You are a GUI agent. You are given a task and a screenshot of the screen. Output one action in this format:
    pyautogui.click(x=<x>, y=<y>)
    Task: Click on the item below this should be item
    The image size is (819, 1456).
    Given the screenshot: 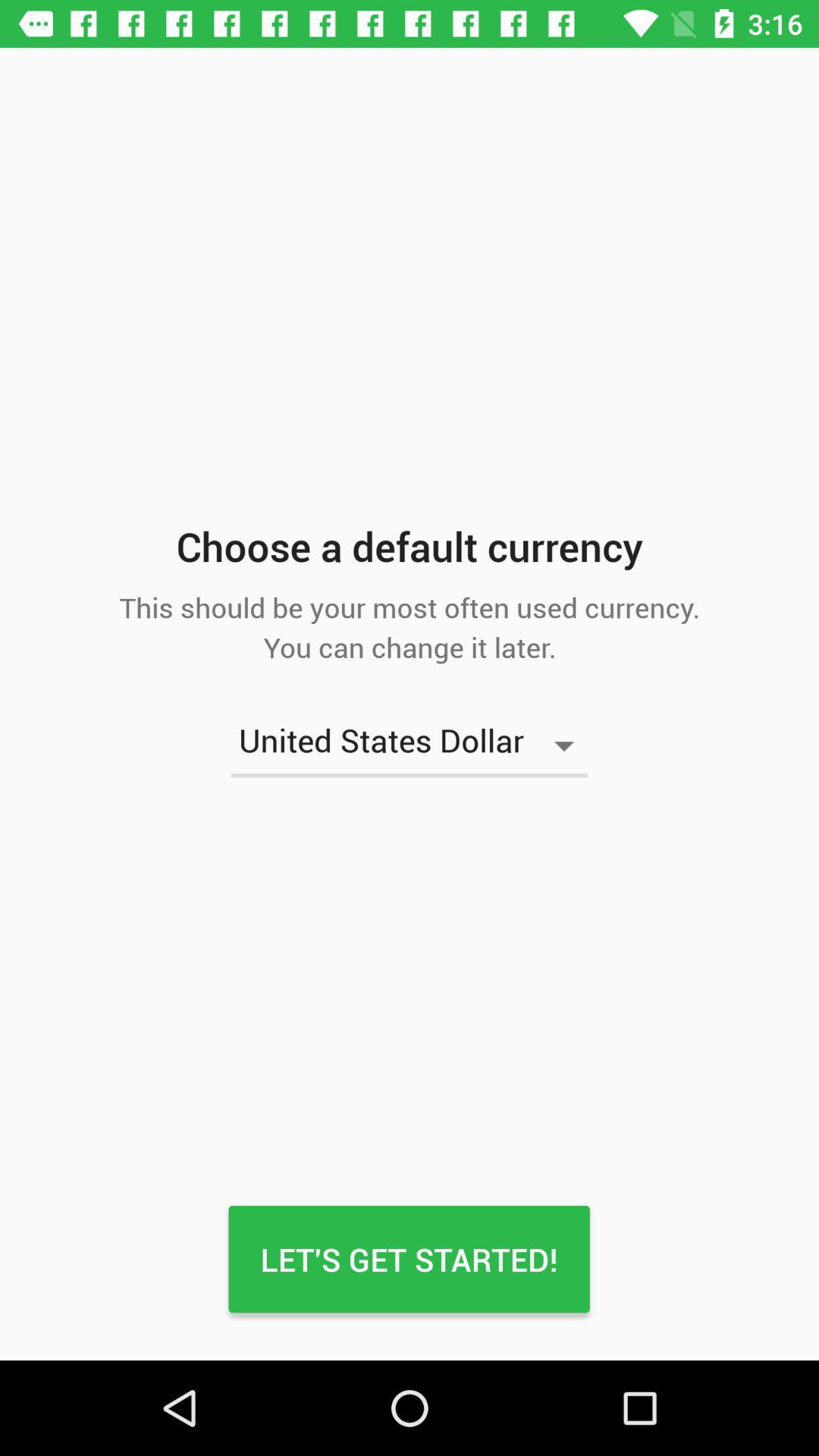 What is the action you would take?
    pyautogui.click(x=409, y=745)
    